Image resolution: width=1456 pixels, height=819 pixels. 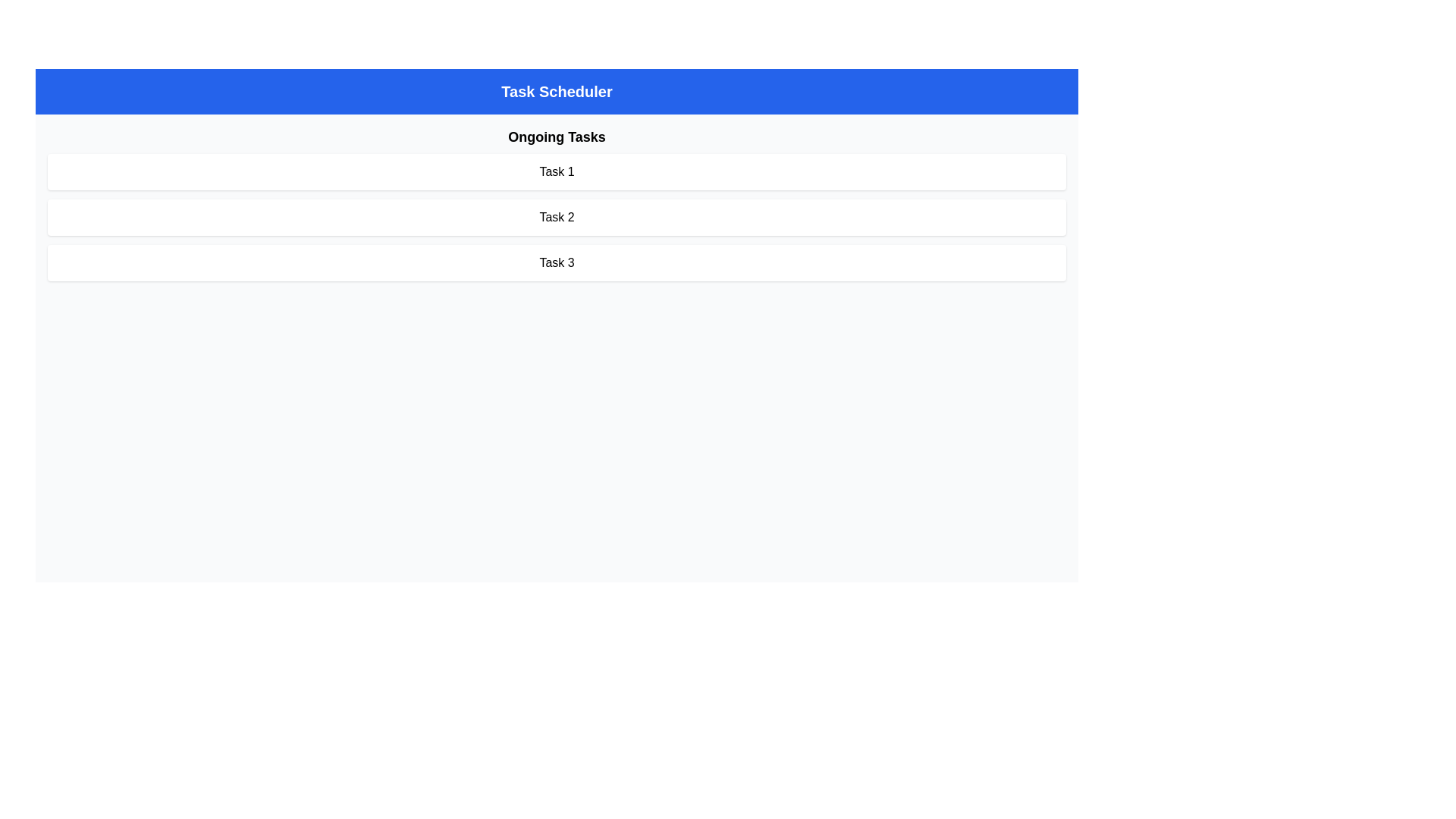 What do you see at coordinates (556, 137) in the screenshot?
I see `the Text Label that serves as a section header for the task list below, located beneath the 'Task Scheduler' title bar` at bounding box center [556, 137].